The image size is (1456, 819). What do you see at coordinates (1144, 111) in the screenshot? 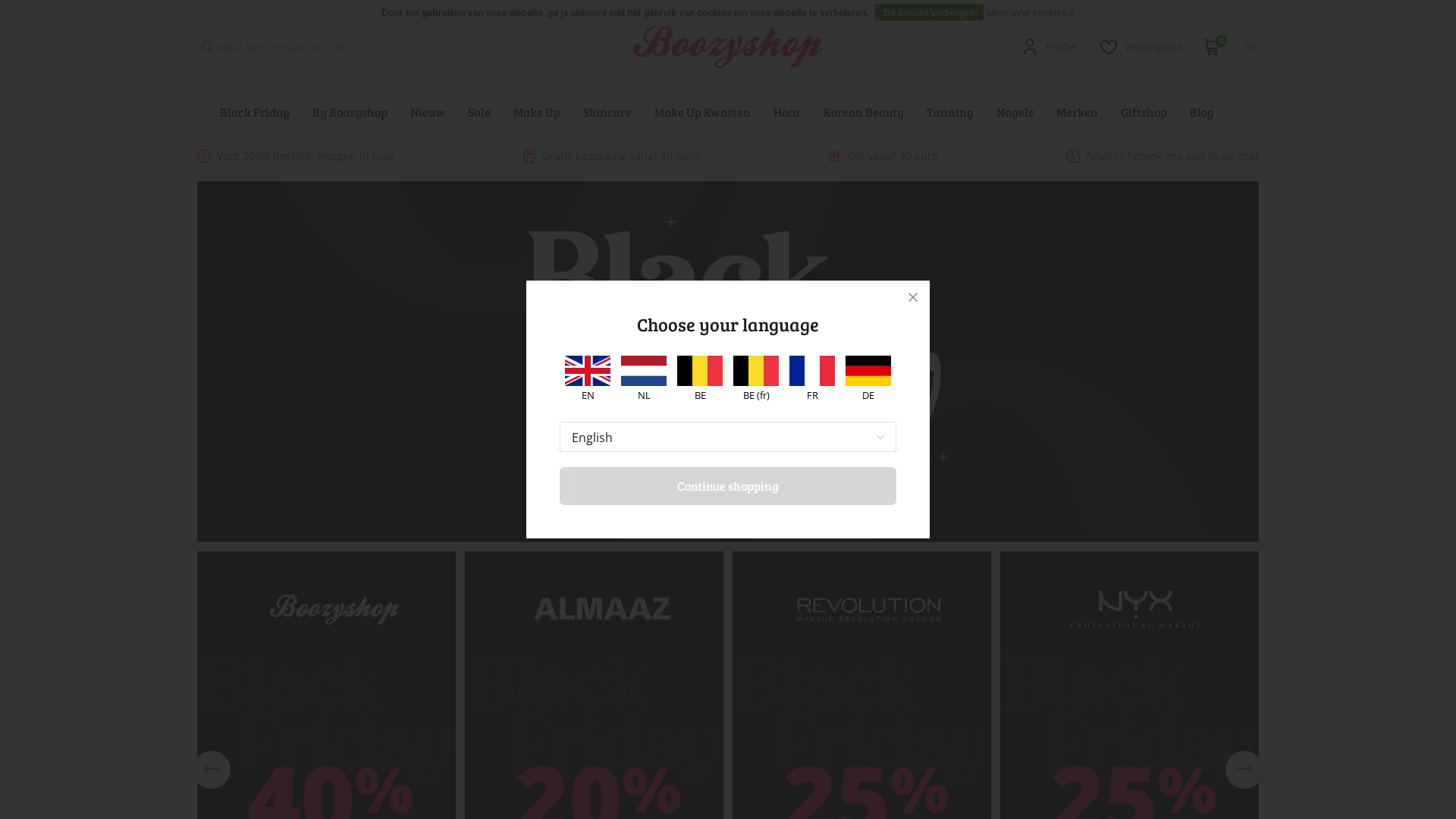
I see `'Giftshop'` at bounding box center [1144, 111].